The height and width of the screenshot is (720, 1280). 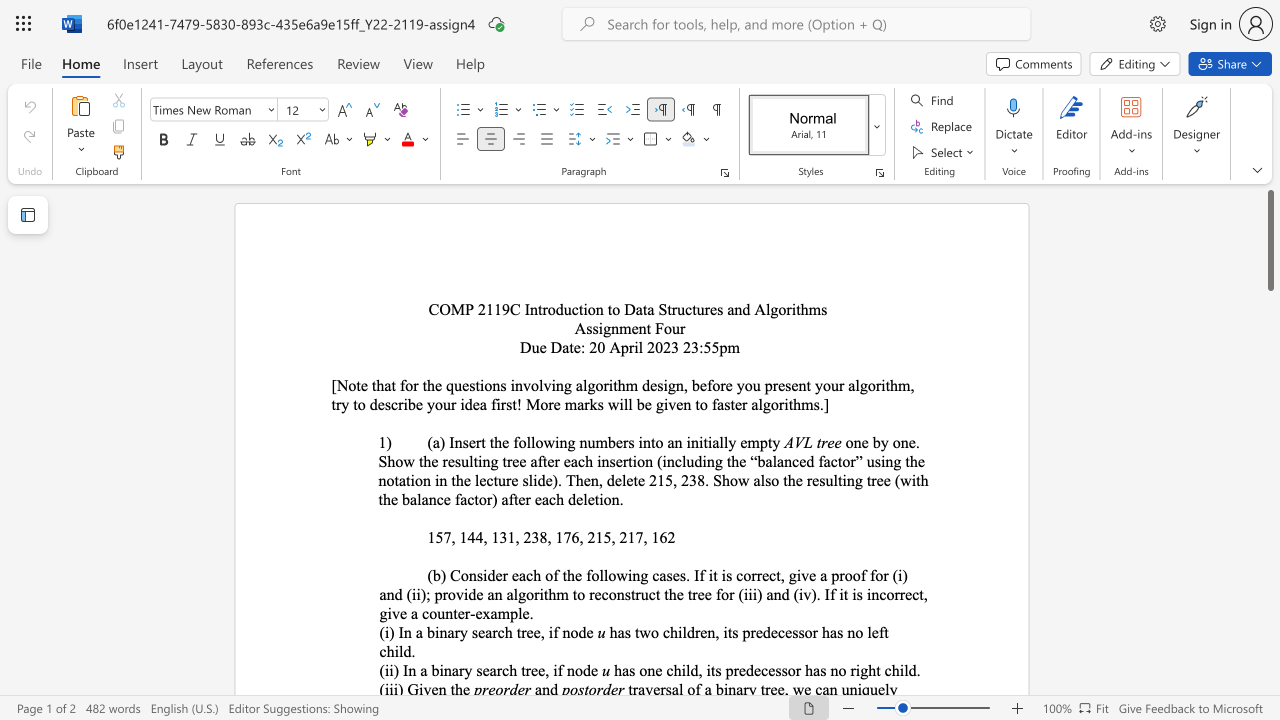 What do you see at coordinates (471, 441) in the screenshot?
I see `the 1th character "e" in the text` at bounding box center [471, 441].